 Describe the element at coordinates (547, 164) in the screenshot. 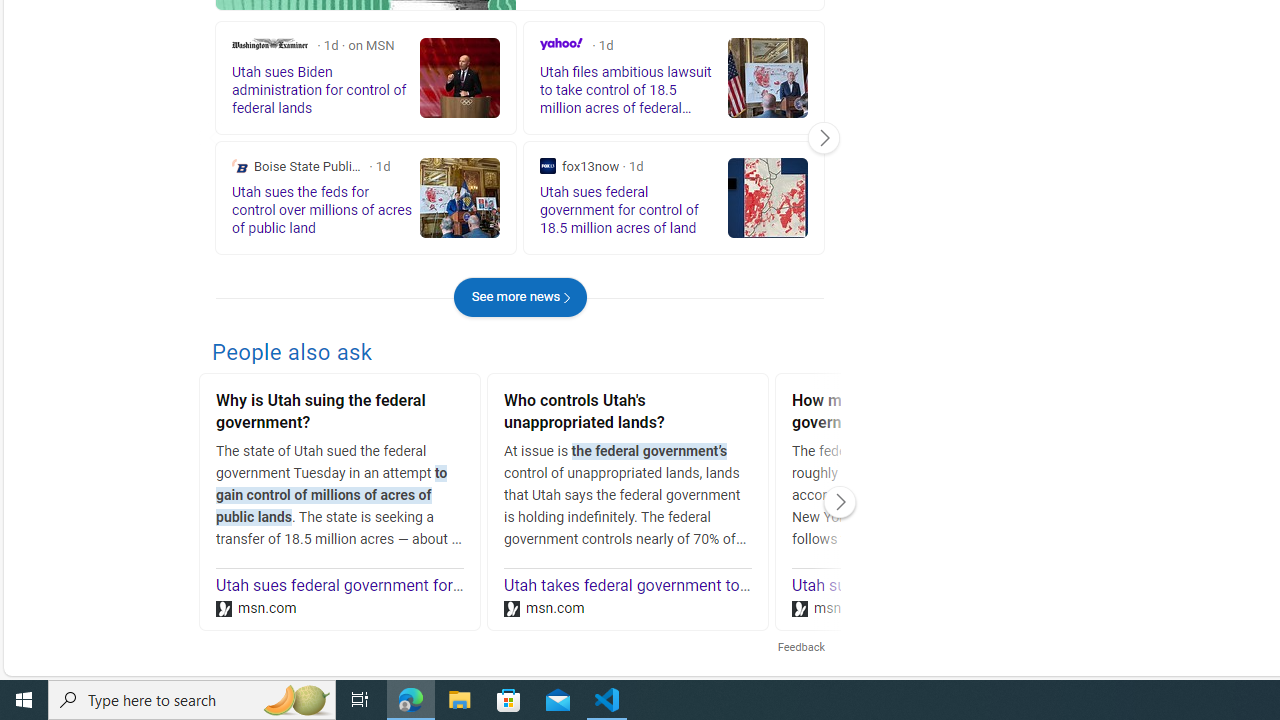

I see `'fox13now'` at that location.